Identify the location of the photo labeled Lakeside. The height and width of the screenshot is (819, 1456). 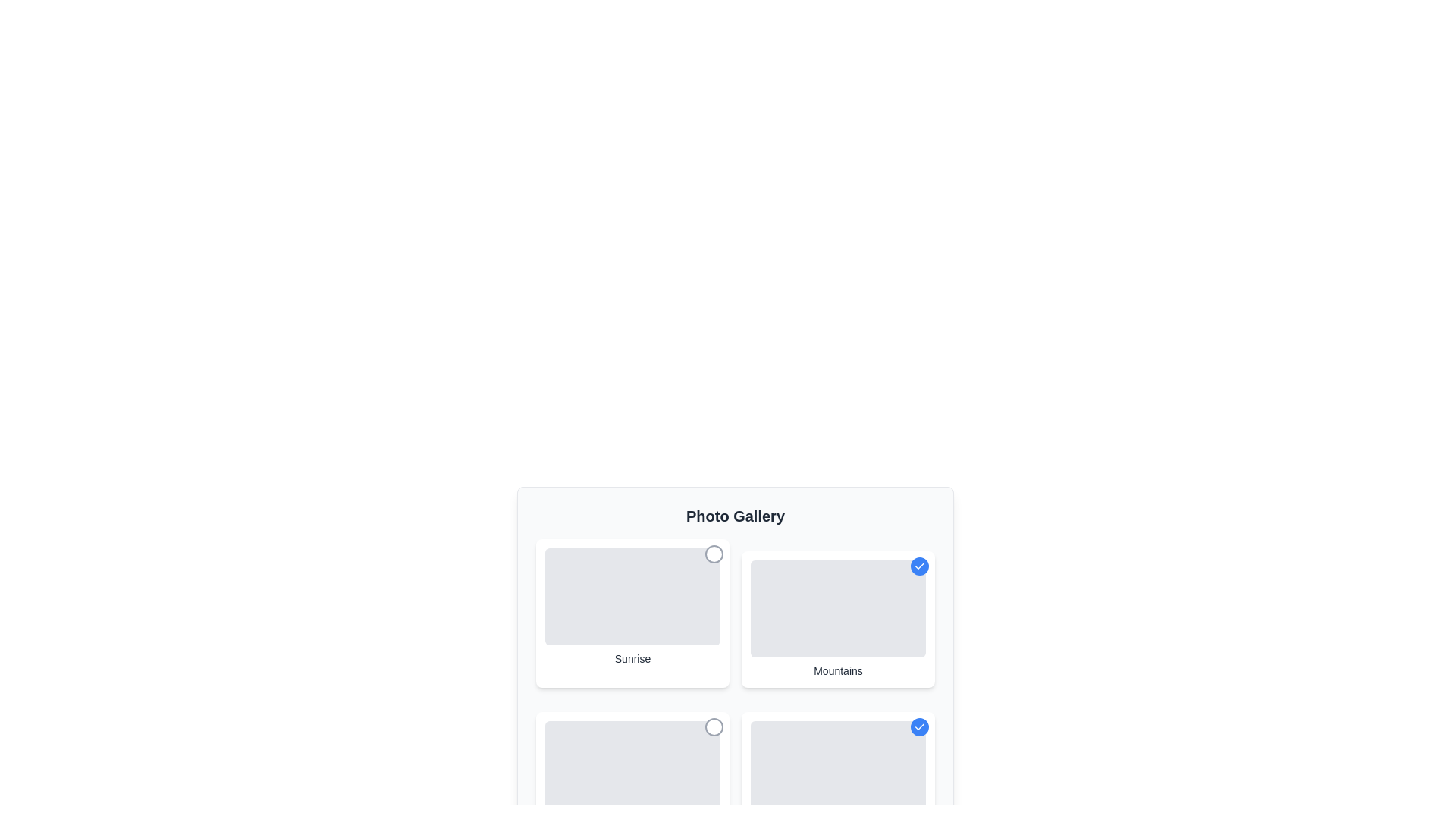
(919, 726).